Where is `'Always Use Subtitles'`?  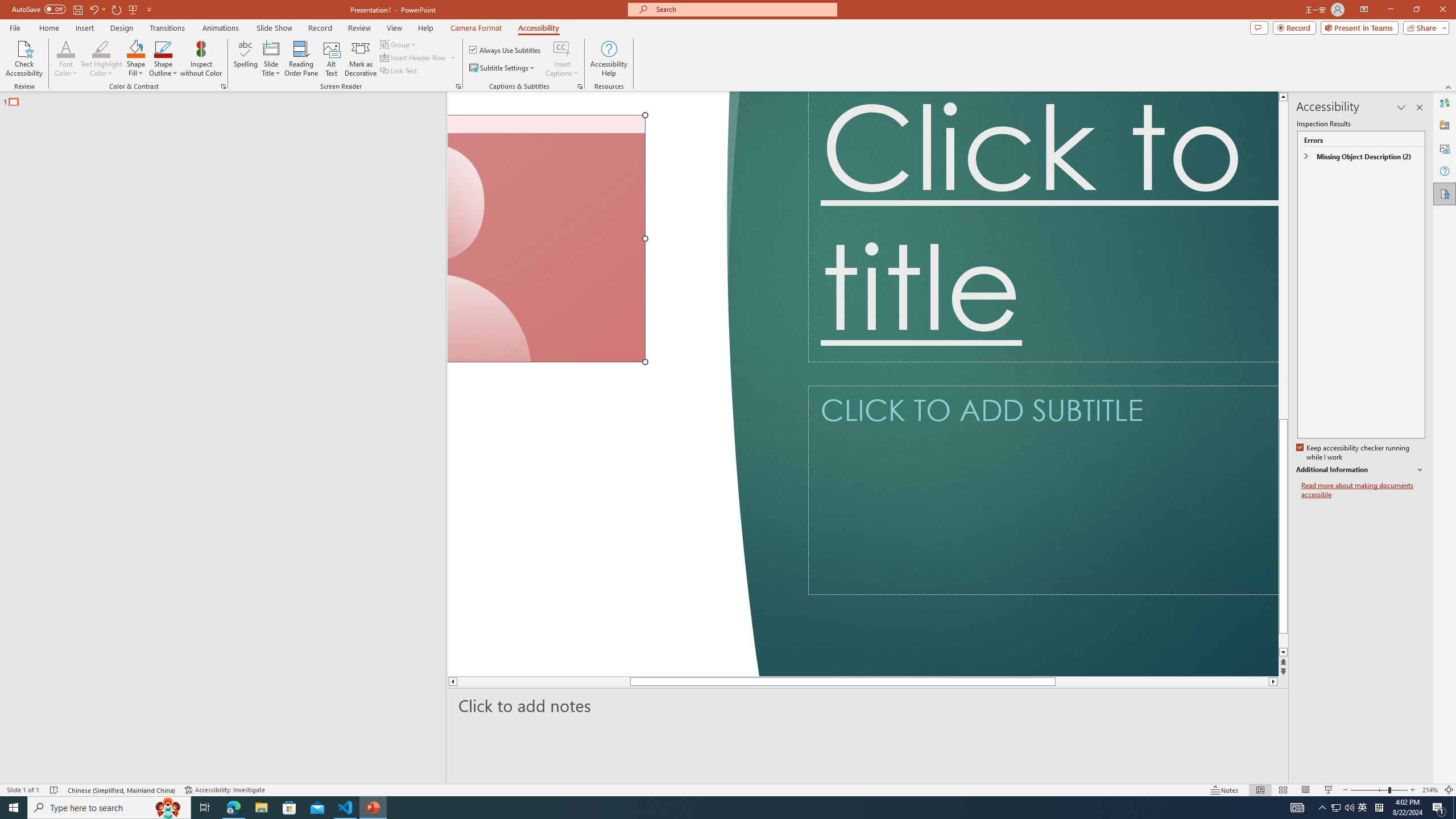 'Always Use Subtitles' is located at coordinates (505, 49).